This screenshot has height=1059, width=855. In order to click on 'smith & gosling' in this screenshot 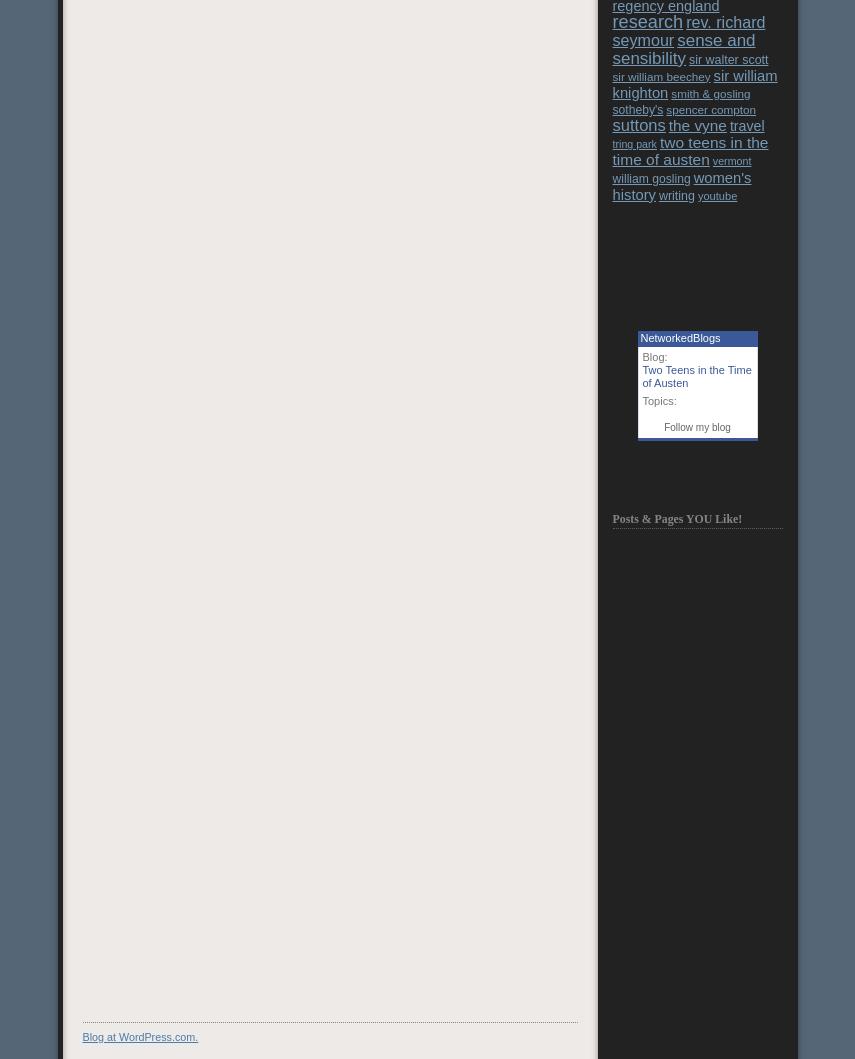, I will do `click(671, 92)`.